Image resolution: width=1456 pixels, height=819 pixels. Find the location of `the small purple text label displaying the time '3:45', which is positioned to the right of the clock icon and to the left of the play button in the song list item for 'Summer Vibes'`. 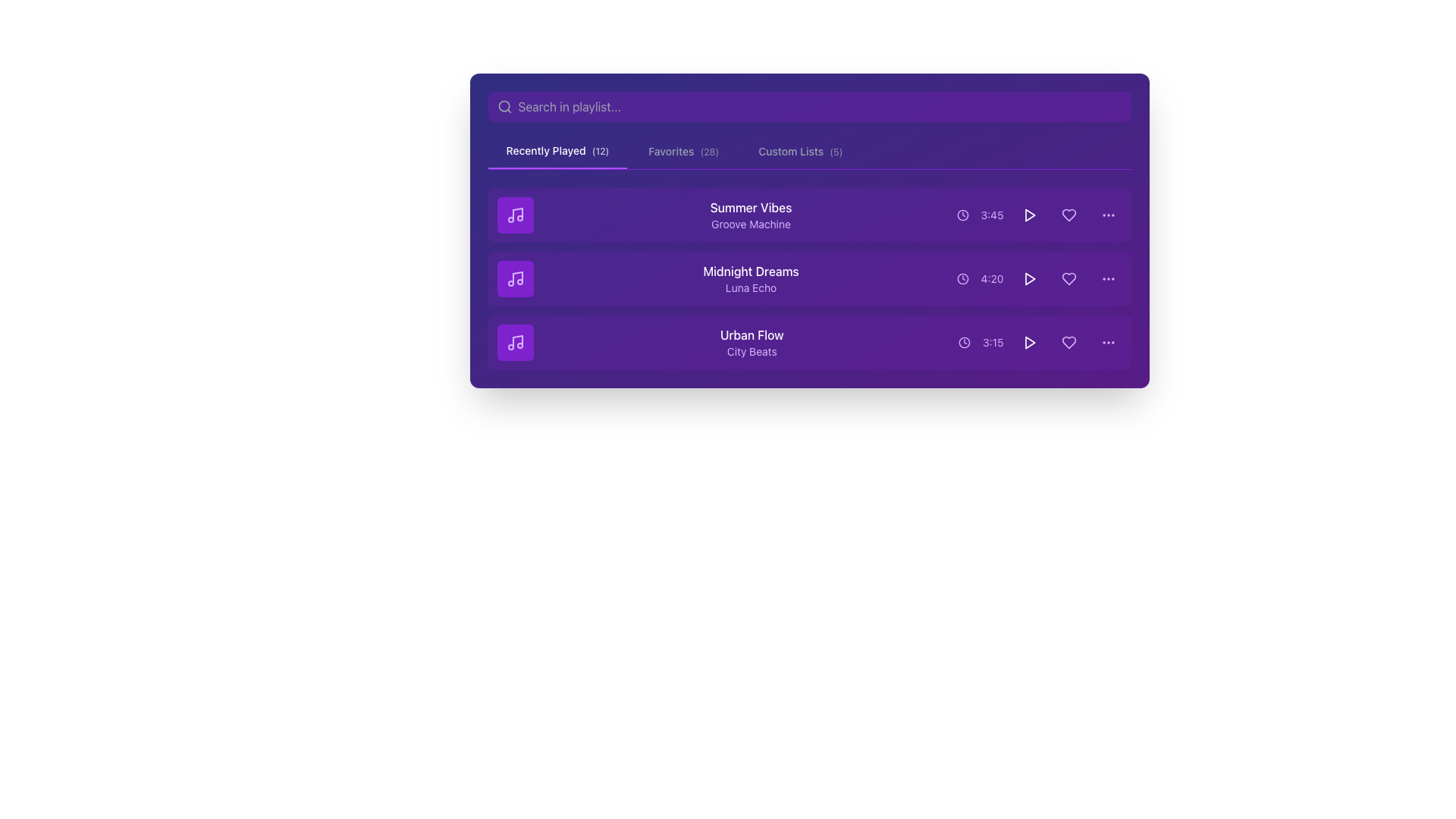

the small purple text label displaying the time '3:45', which is positioned to the right of the clock icon and to the left of the play button in the song list item for 'Summer Vibes' is located at coordinates (992, 215).